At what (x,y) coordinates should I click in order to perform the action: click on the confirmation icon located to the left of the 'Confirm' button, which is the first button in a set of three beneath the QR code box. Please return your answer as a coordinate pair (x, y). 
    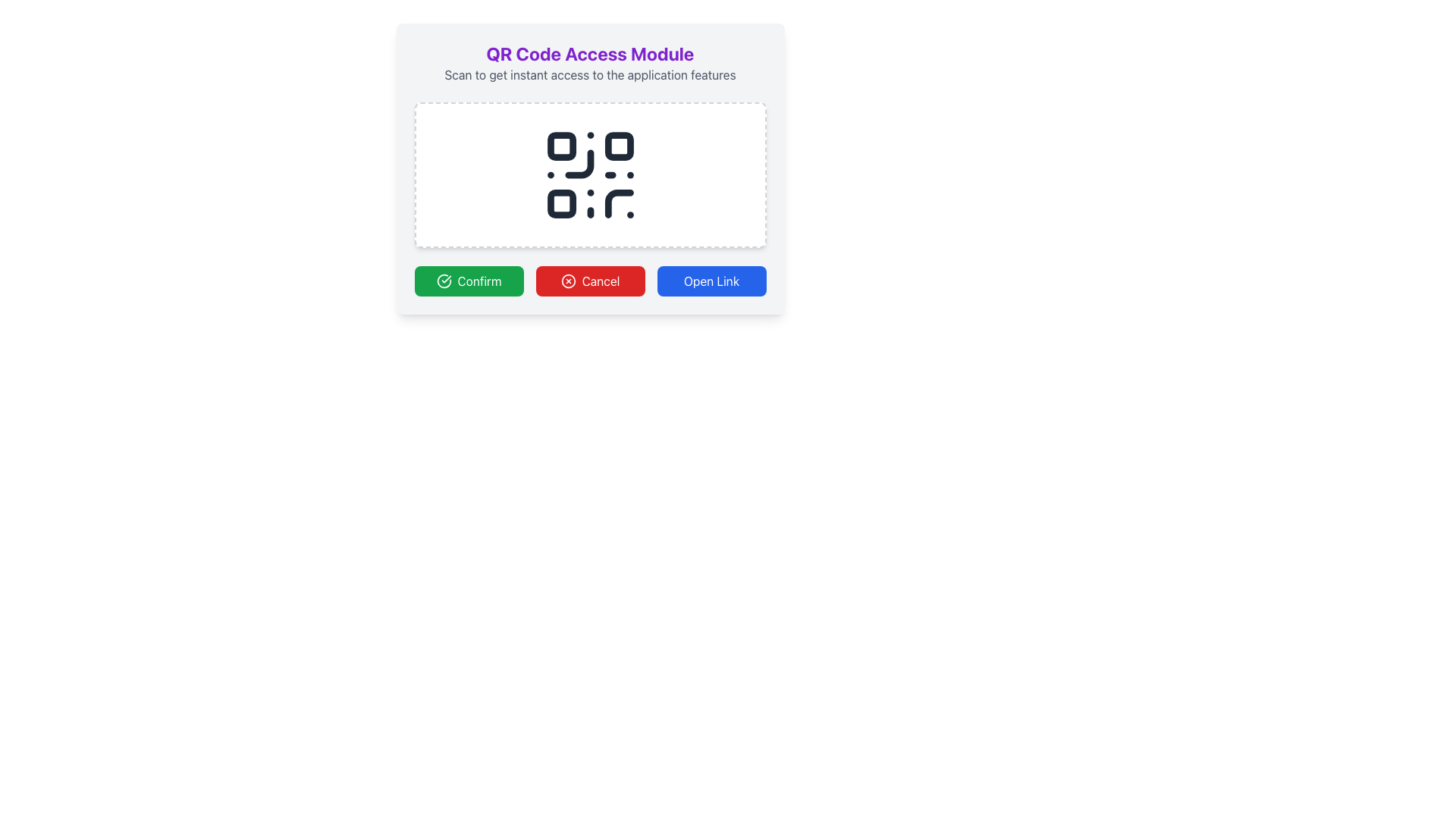
    Looking at the image, I should click on (443, 281).